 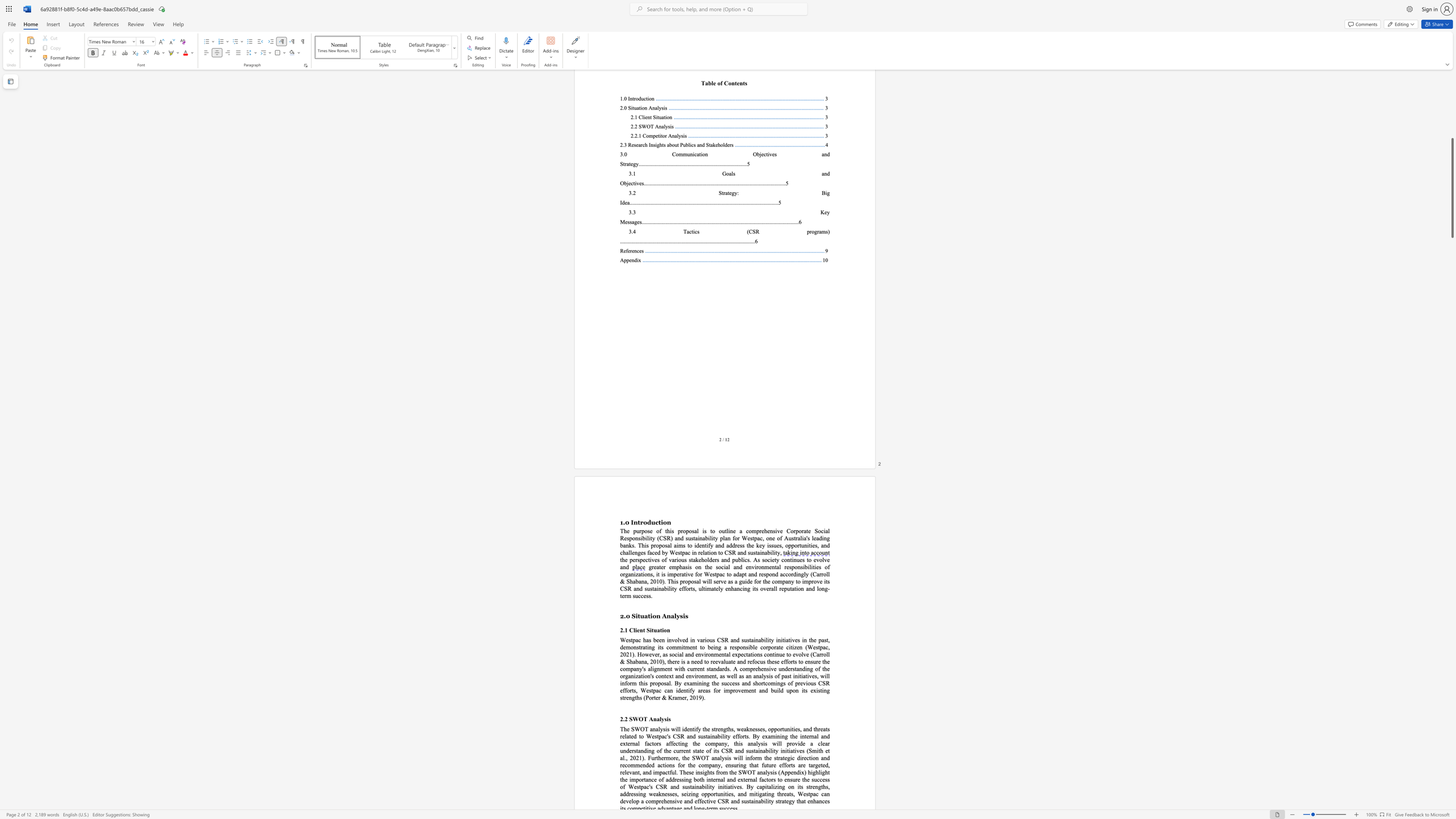 What do you see at coordinates (739, 647) in the screenshot?
I see `the subset text "onsible corporate citi" within the text "its commitment to being a responsible corporate citizen (Westpac, 2021). However, as"` at bounding box center [739, 647].